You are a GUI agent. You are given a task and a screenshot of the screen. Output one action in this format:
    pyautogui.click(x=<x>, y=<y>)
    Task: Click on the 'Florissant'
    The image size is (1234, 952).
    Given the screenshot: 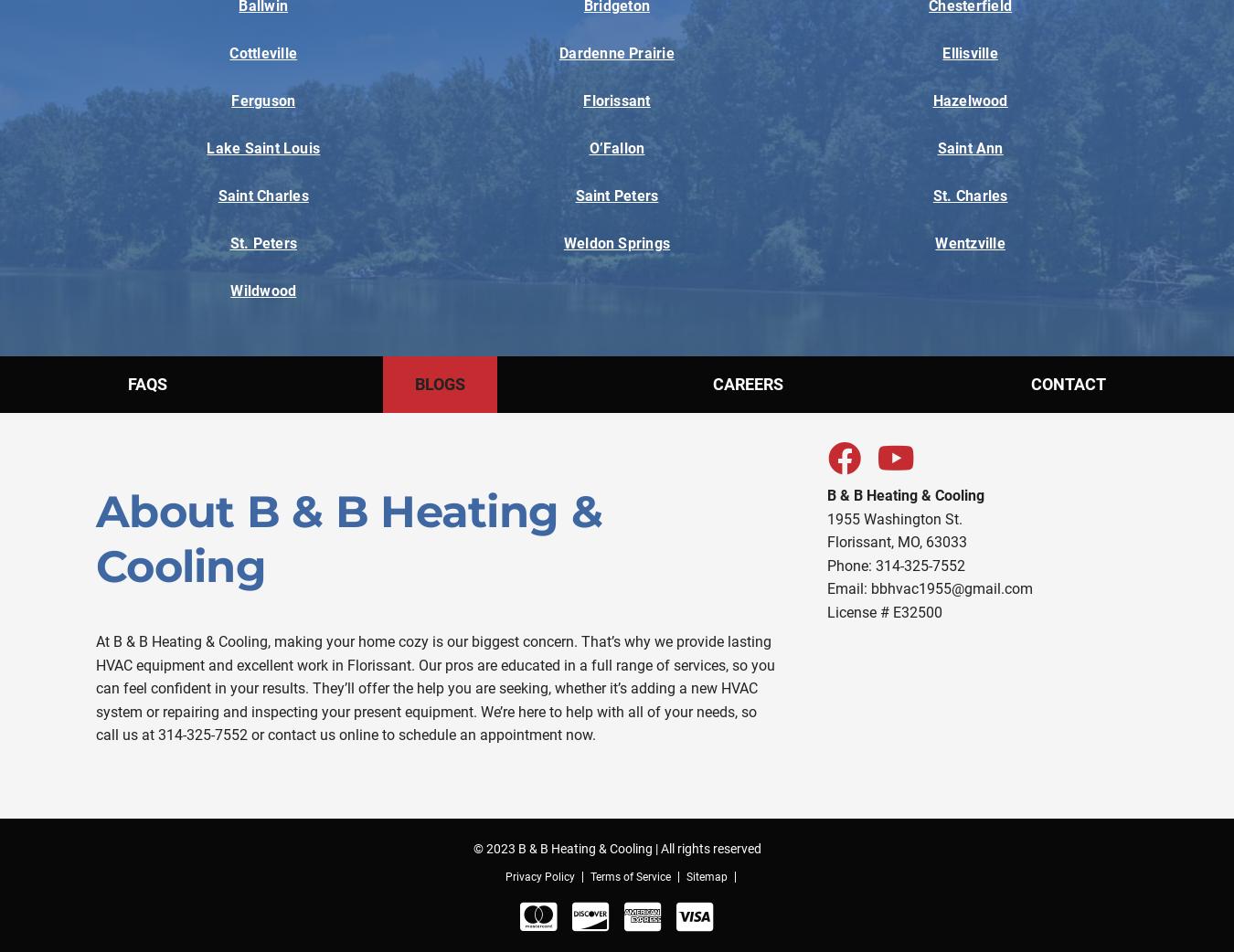 What is the action you would take?
    pyautogui.click(x=616, y=100)
    